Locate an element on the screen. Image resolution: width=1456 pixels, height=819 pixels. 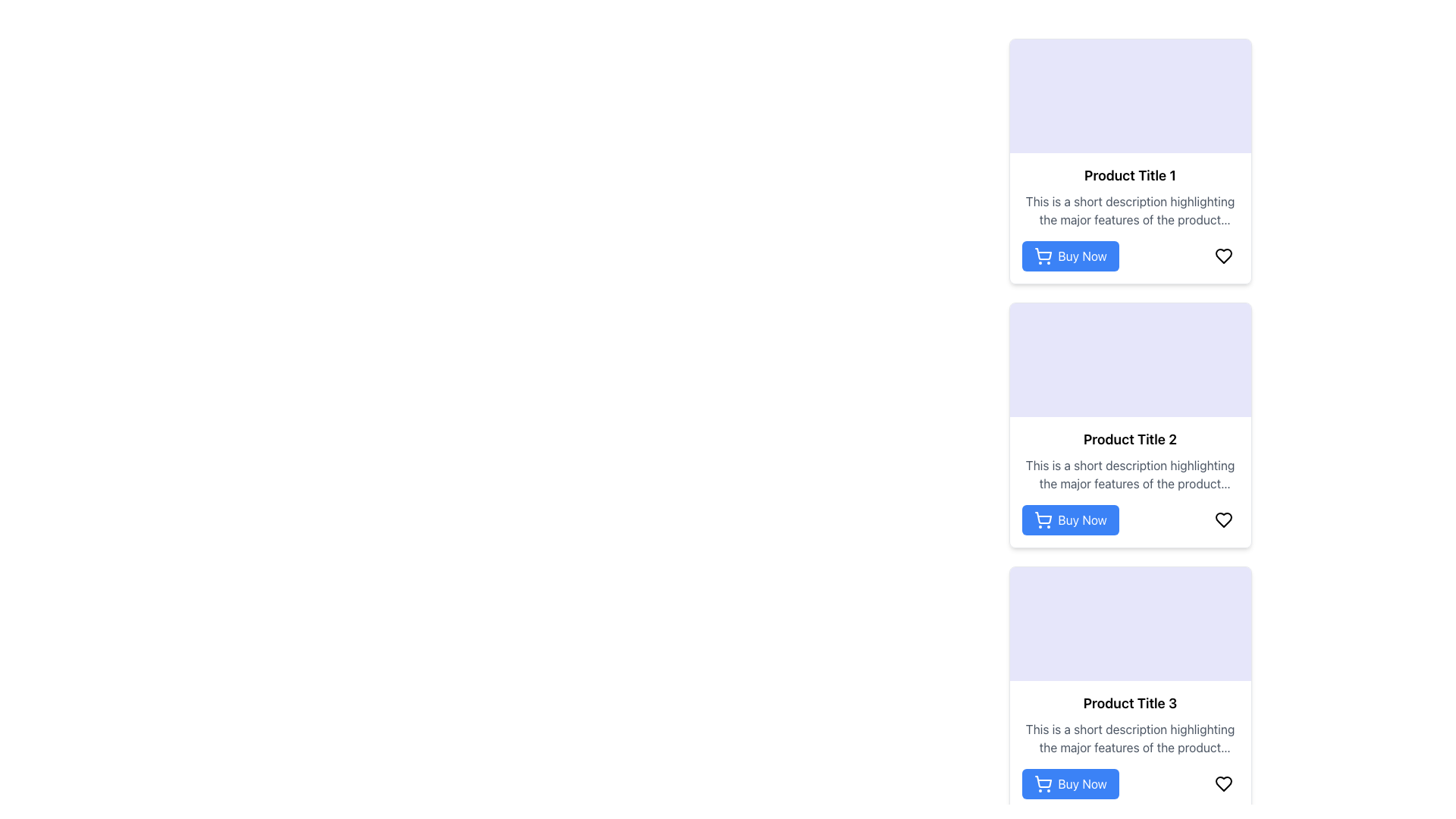
the heart-shaped icon button located to the right of the 'Buy Now' button for 'Product Title 2' is located at coordinates (1223, 519).